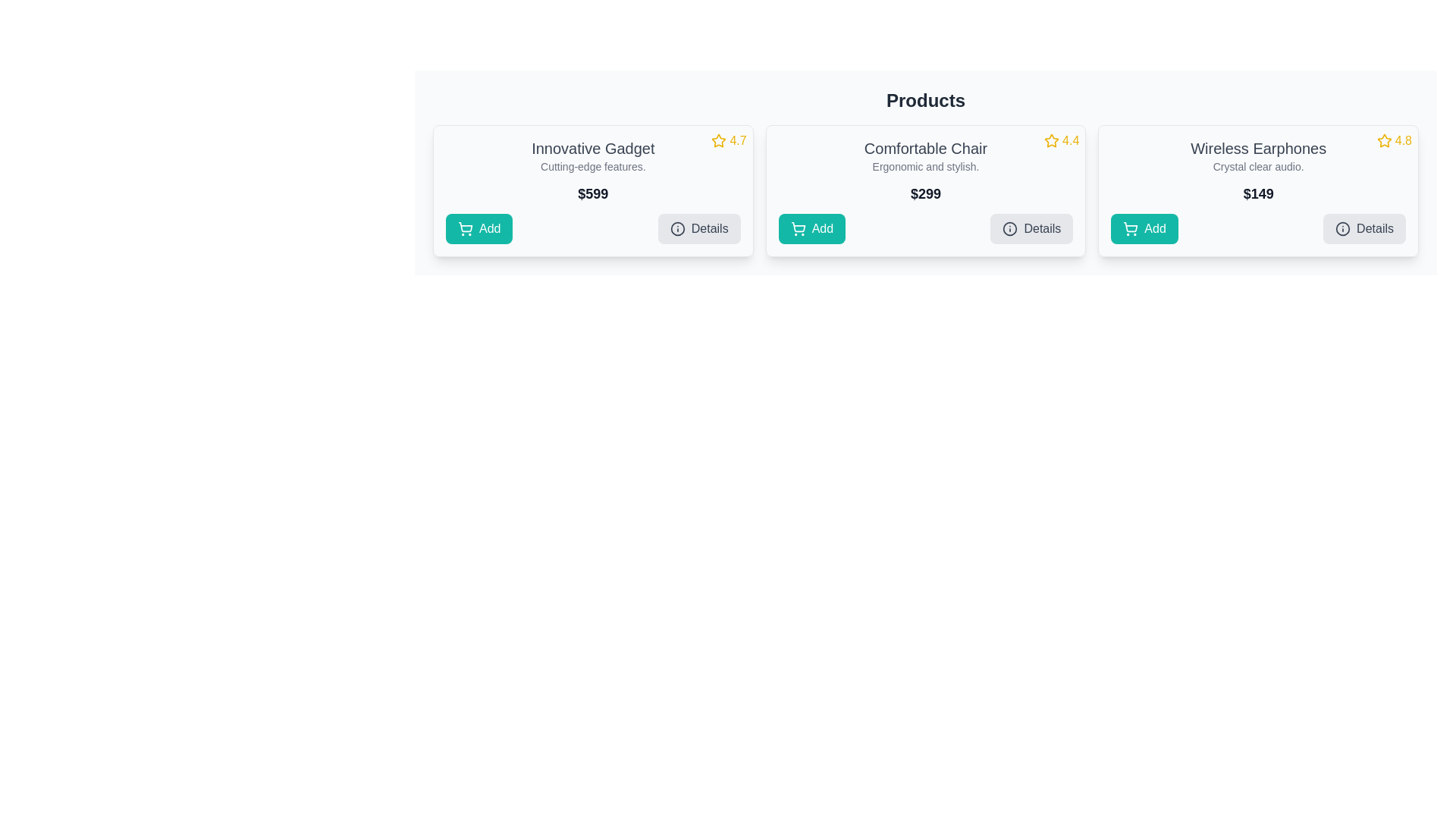  What do you see at coordinates (1258, 149) in the screenshot?
I see `the text label indicating 'Wireless Earphones' located in the top section of the rightmost product card, positioned above the descriptive text 'Crystal clear audio.' and below the rating icon '4.8'` at bounding box center [1258, 149].